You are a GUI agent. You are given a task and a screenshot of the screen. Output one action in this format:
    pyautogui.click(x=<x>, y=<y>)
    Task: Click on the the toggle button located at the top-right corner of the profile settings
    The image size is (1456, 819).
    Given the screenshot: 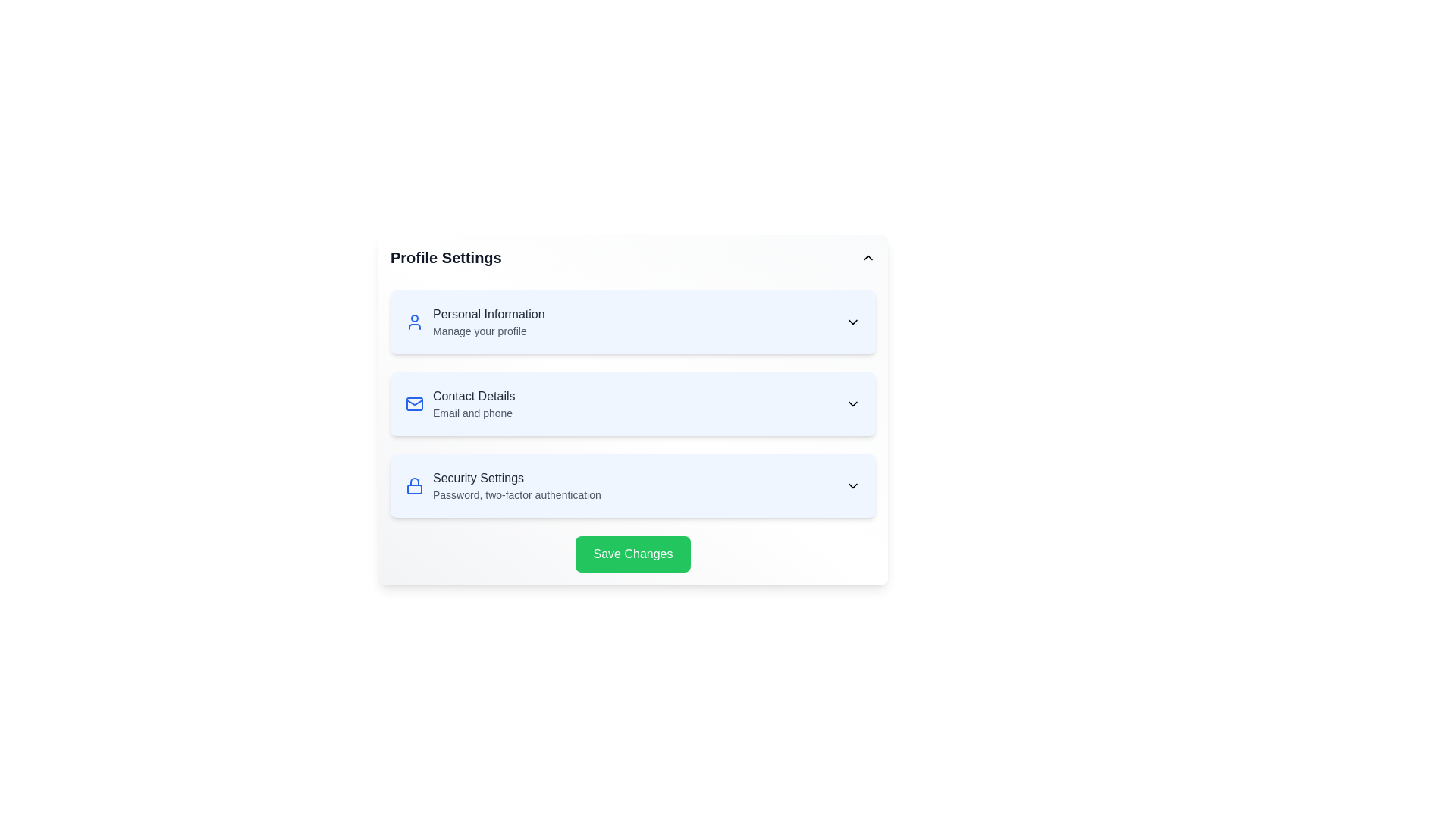 What is the action you would take?
    pyautogui.click(x=868, y=256)
    